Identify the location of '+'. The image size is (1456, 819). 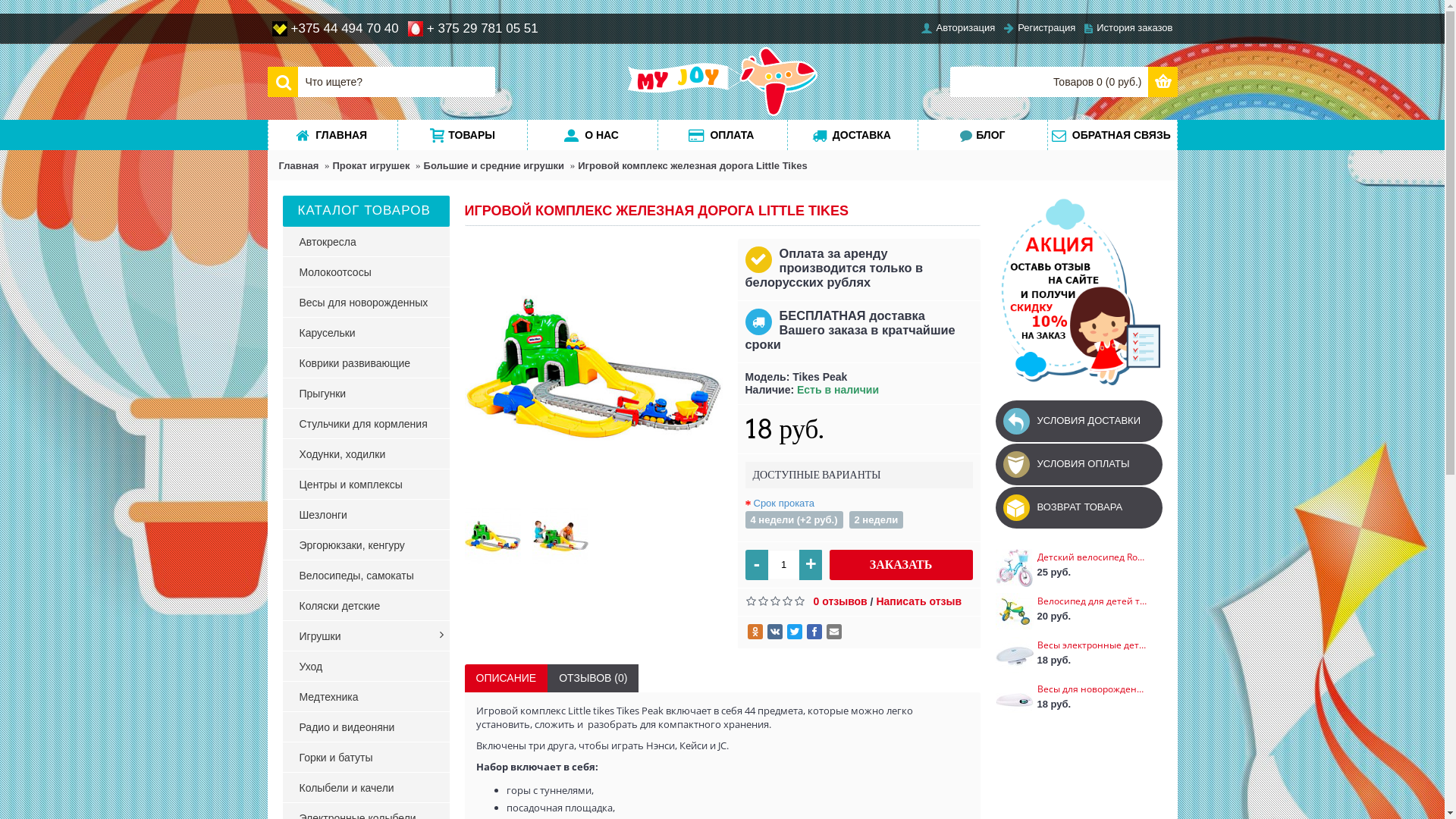
(799, 564).